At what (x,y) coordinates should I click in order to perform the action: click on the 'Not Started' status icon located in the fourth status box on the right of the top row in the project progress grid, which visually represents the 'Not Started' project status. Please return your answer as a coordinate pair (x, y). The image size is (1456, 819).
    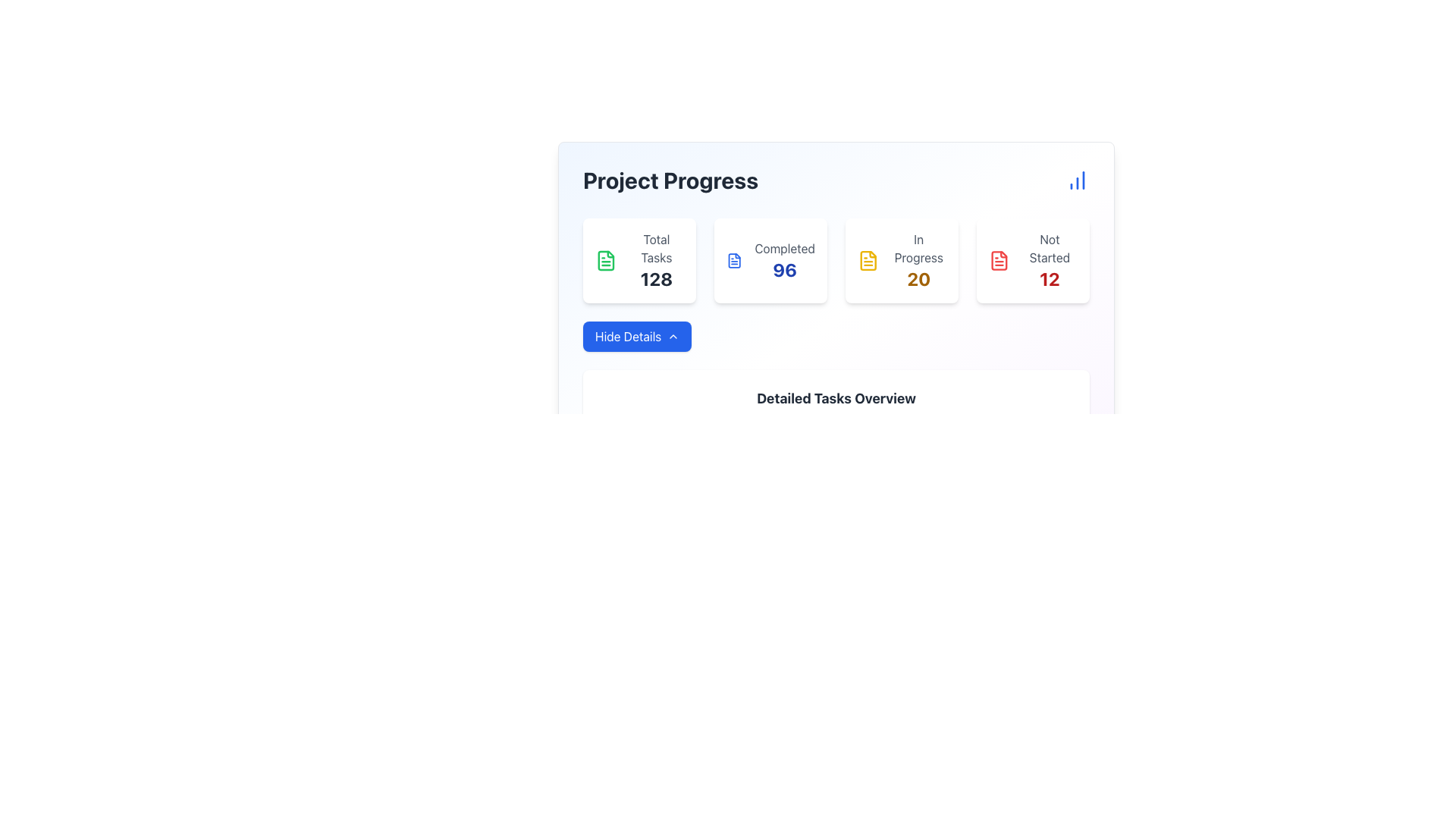
    Looking at the image, I should click on (999, 259).